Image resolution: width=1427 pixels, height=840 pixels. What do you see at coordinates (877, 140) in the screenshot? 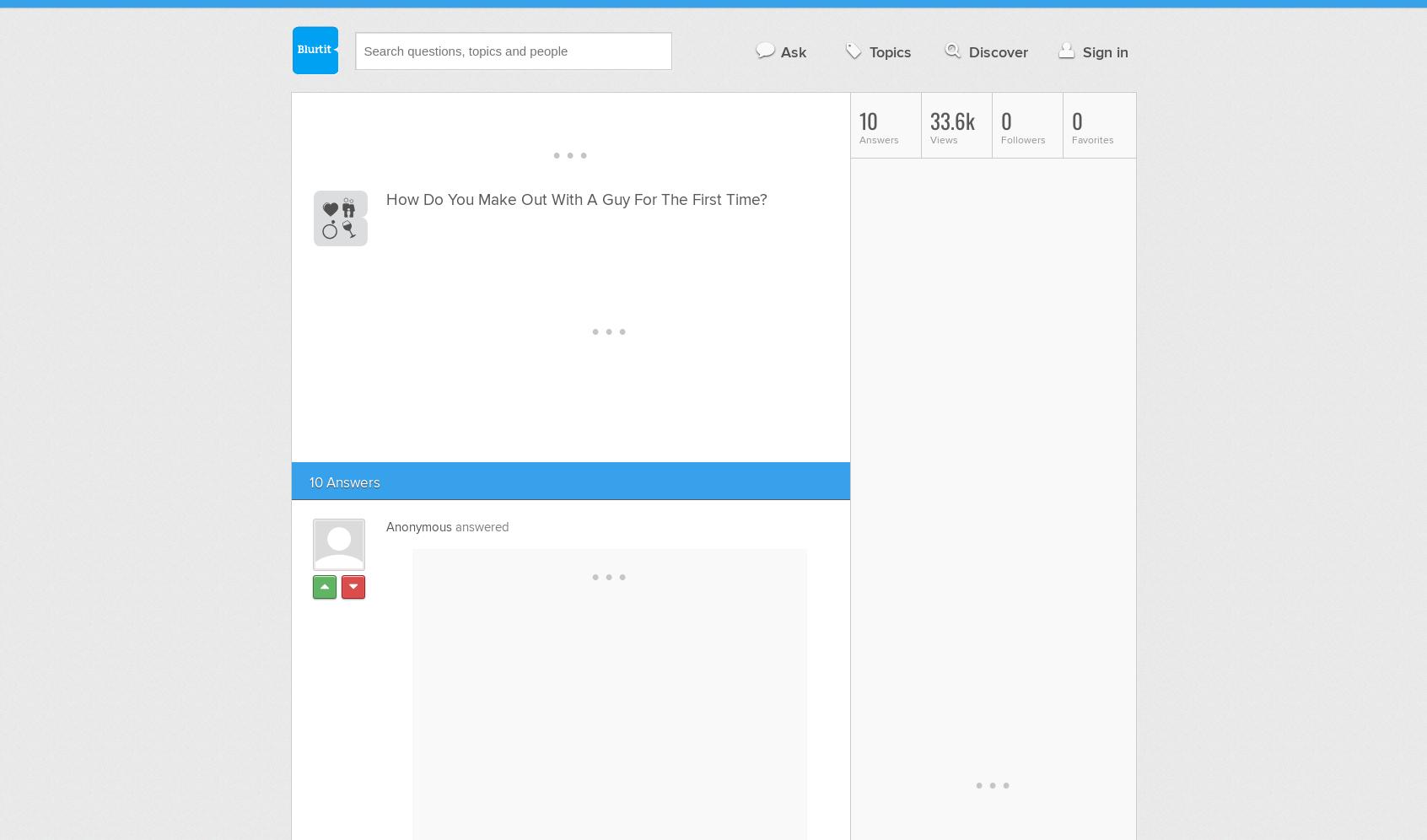
I see `'Answers'` at bounding box center [877, 140].